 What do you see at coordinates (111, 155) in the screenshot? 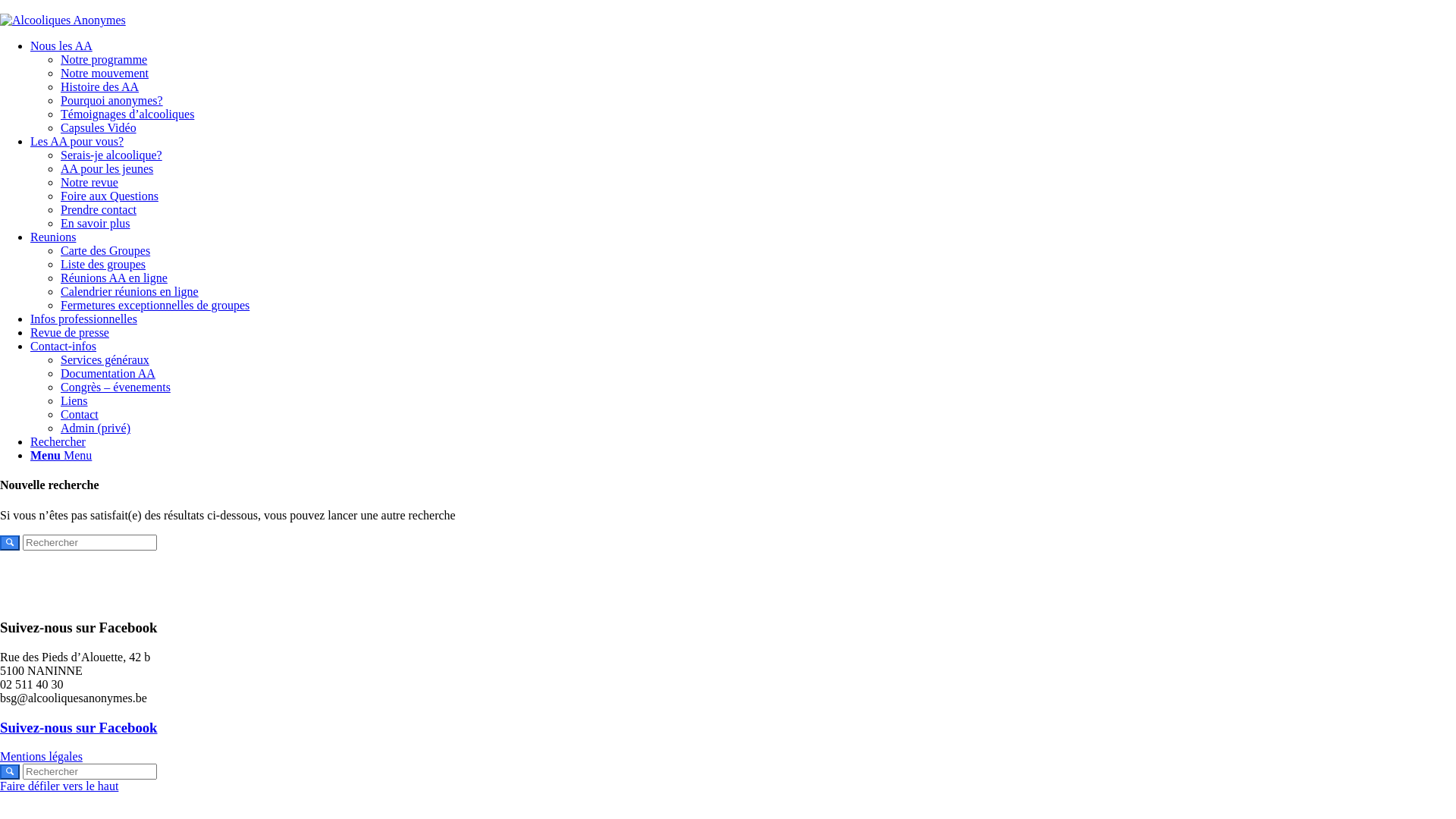
I see `'Serais-je alcoolique?'` at bounding box center [111, 155].